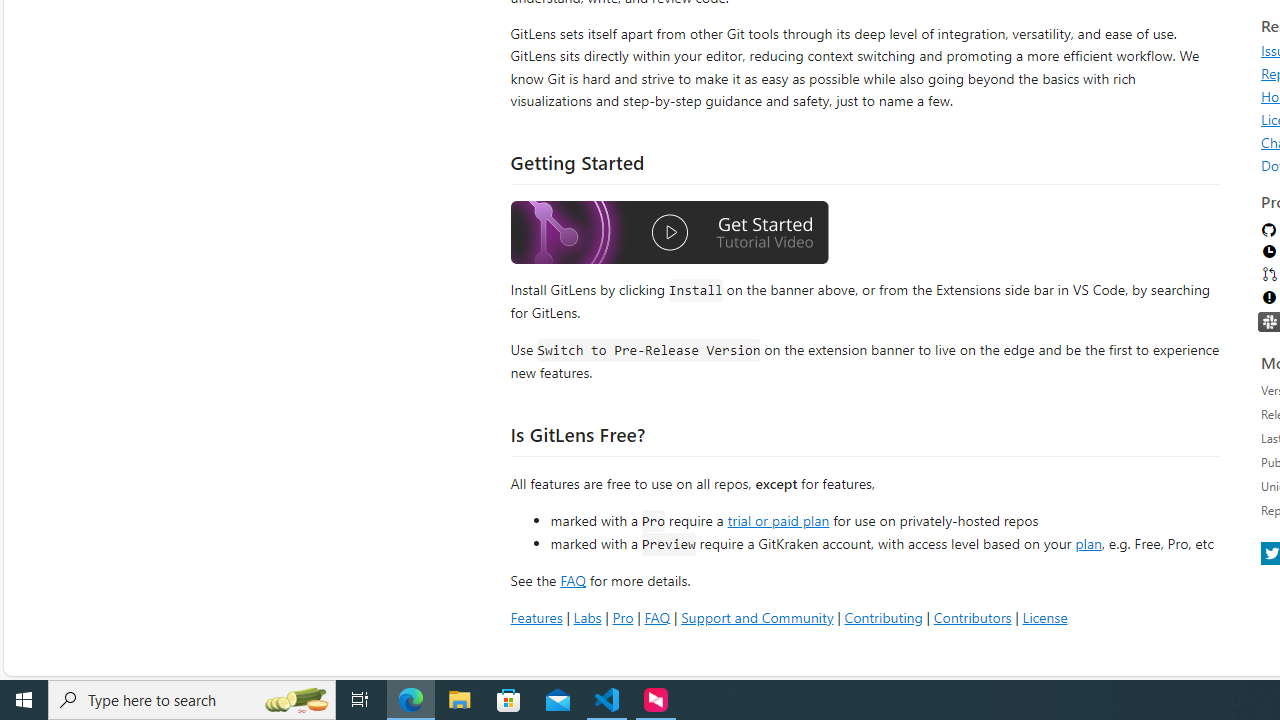 The width and height of the screenshot is (1280, 720). I want to click on 'FAQ', so click(657, 616).